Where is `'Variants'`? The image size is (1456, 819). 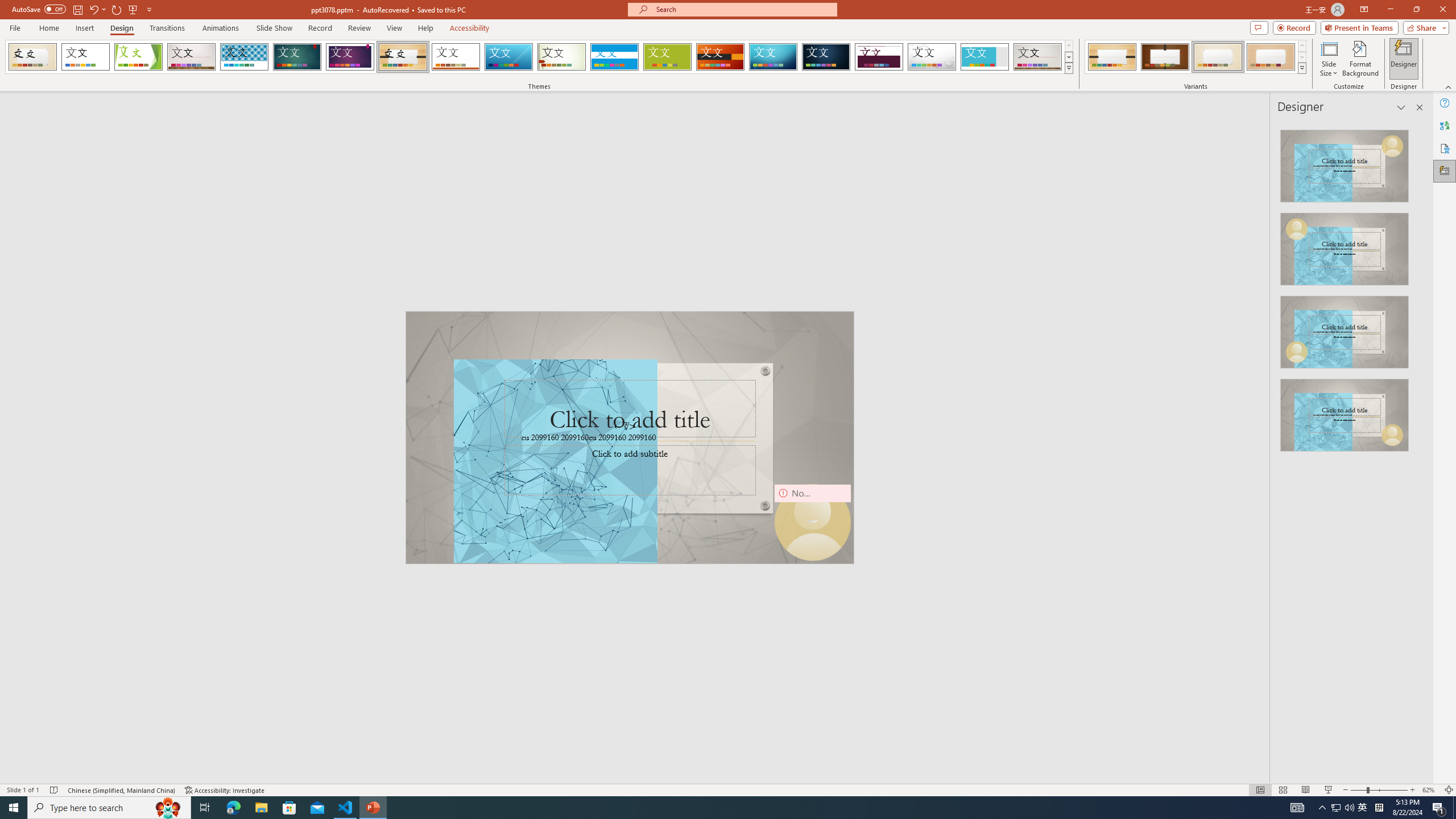
'Variants' is located at coordinates (1301, 67).